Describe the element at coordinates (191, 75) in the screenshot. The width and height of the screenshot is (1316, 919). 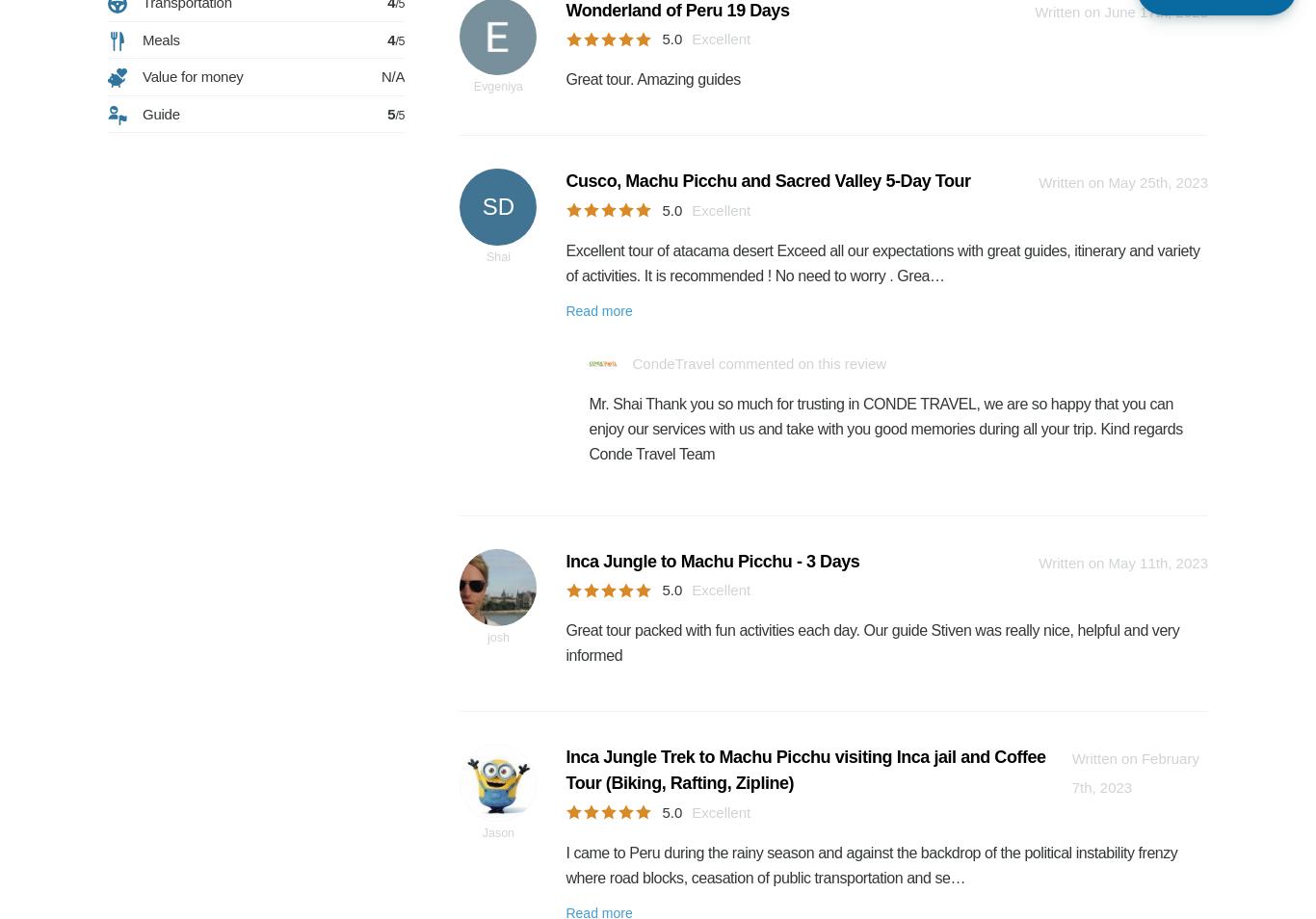
I see `'Value for money'` at that location.